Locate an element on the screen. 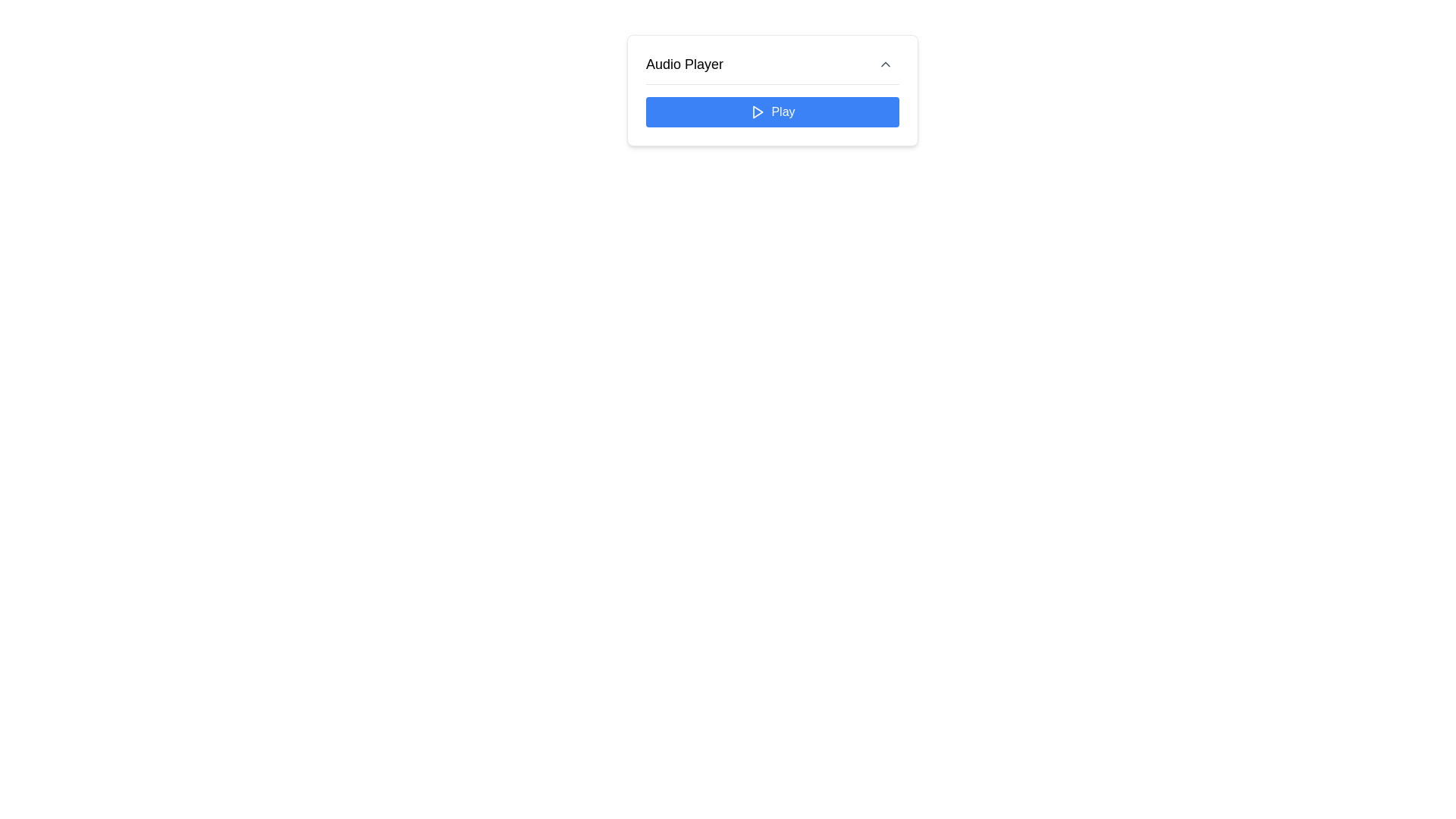  the 'Play' button label which initiates the playback functionality of the audio player is located at coordinates (772, 111).